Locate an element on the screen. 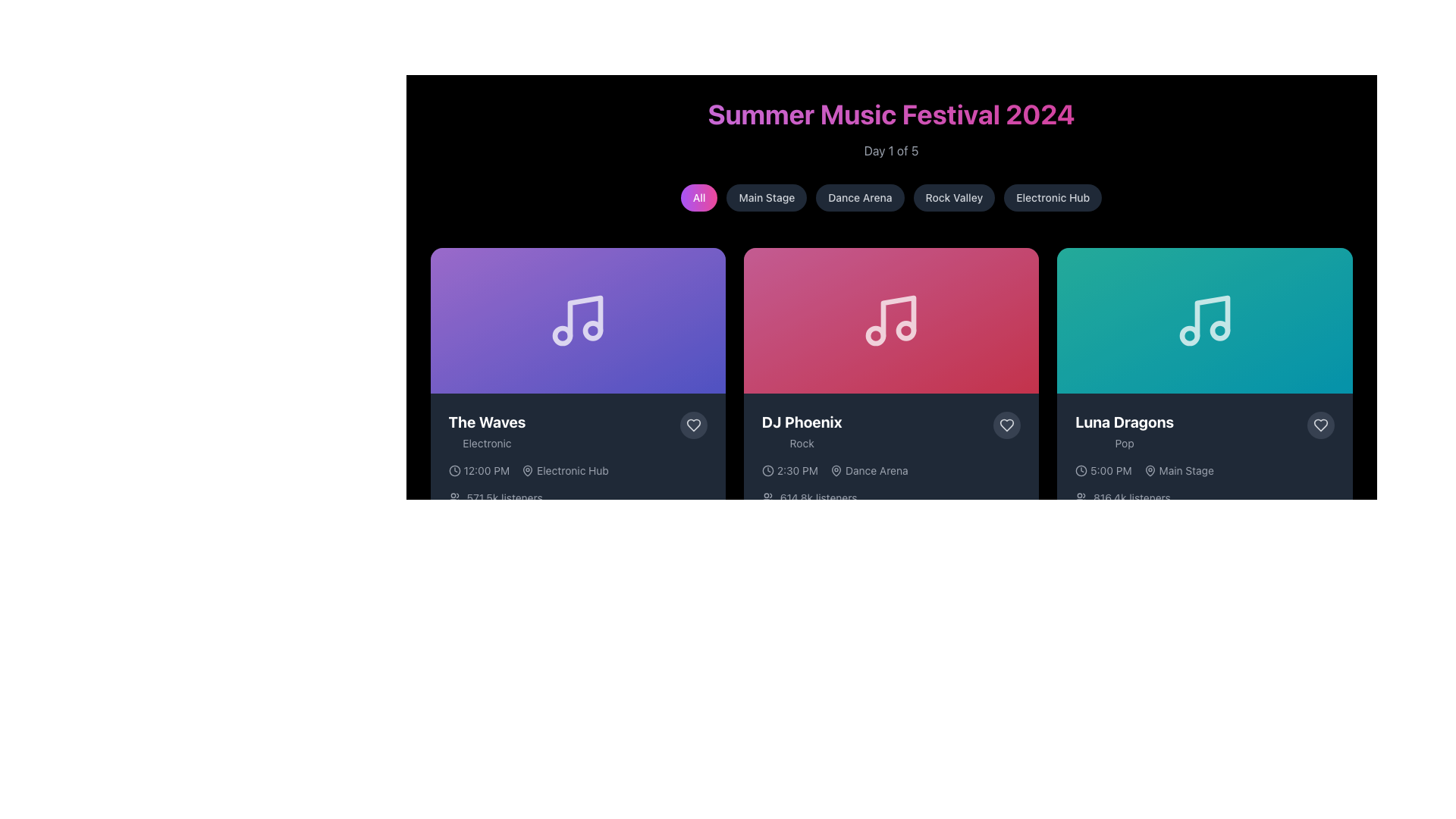 This screenshot has height=819, width=1456. the heart icon located at the bottom-right corner of the 'Luna Dragons' card is located at coordinates (1319, 425).